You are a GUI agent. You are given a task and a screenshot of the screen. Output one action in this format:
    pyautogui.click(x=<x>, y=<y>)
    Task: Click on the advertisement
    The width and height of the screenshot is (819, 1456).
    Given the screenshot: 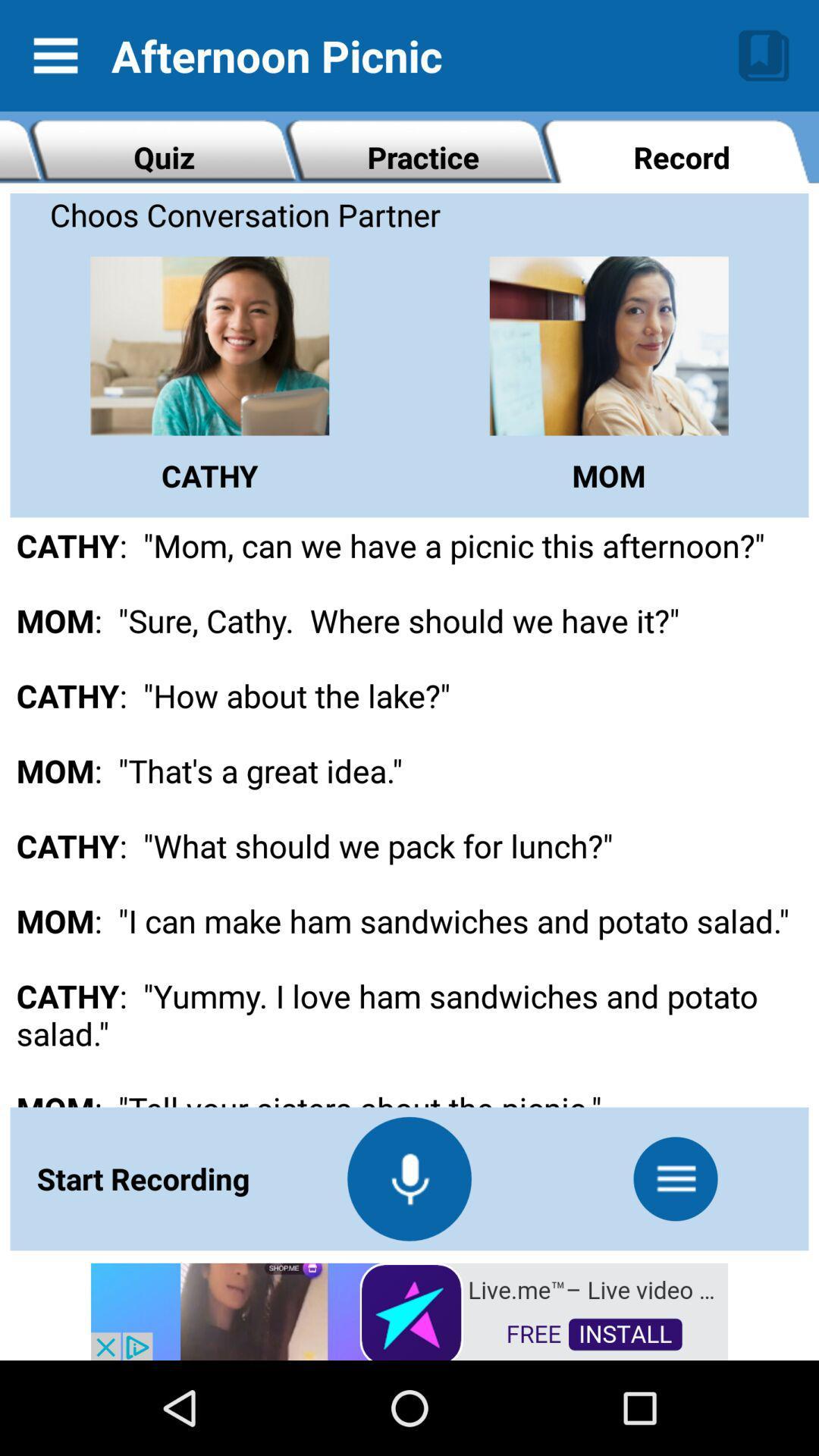 What is the action you would take?
    pyautogui.click(x=409, y=1310)
    